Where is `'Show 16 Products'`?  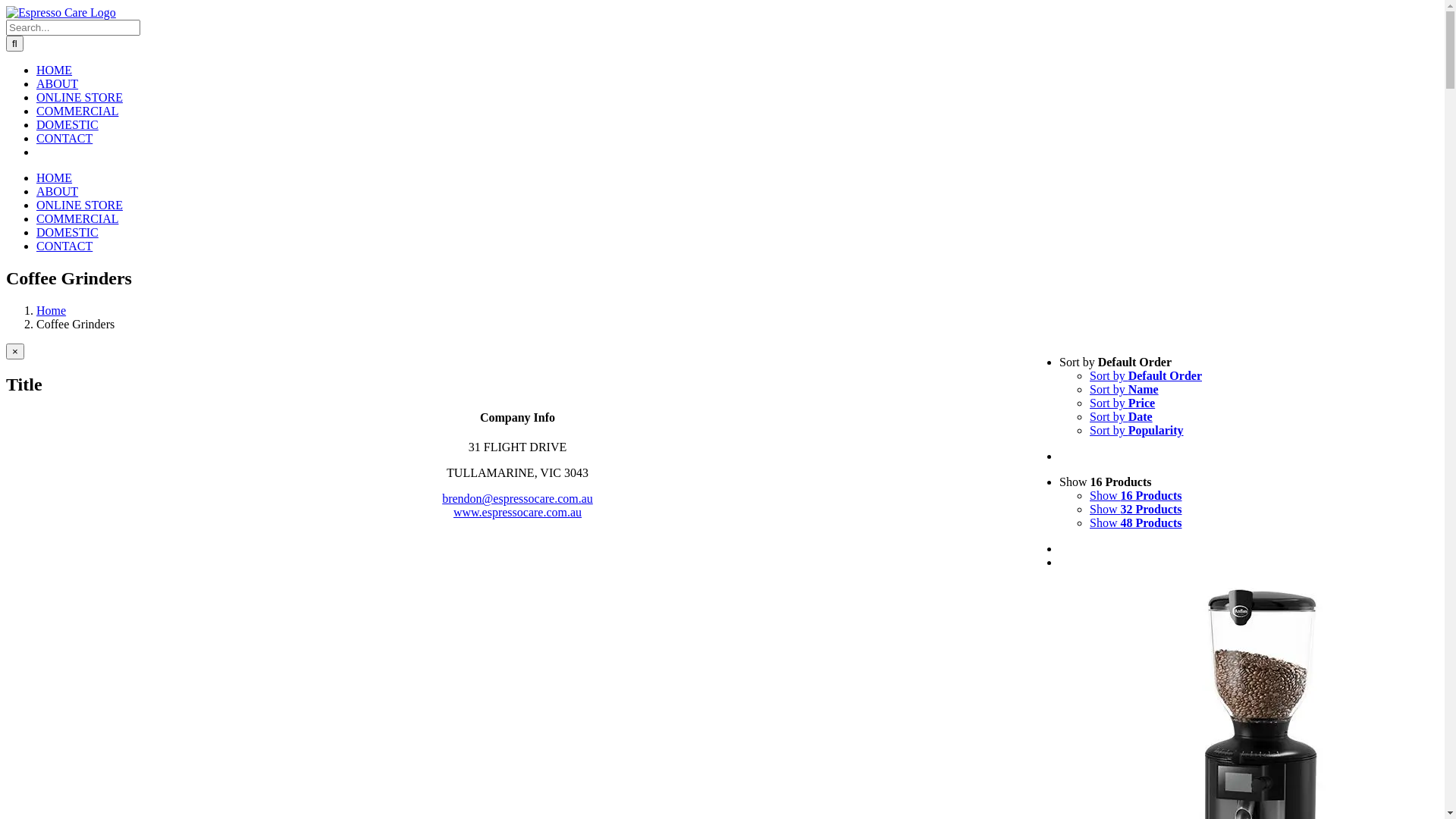 'Show 16 Products' is located at coordinates (1106, 482).